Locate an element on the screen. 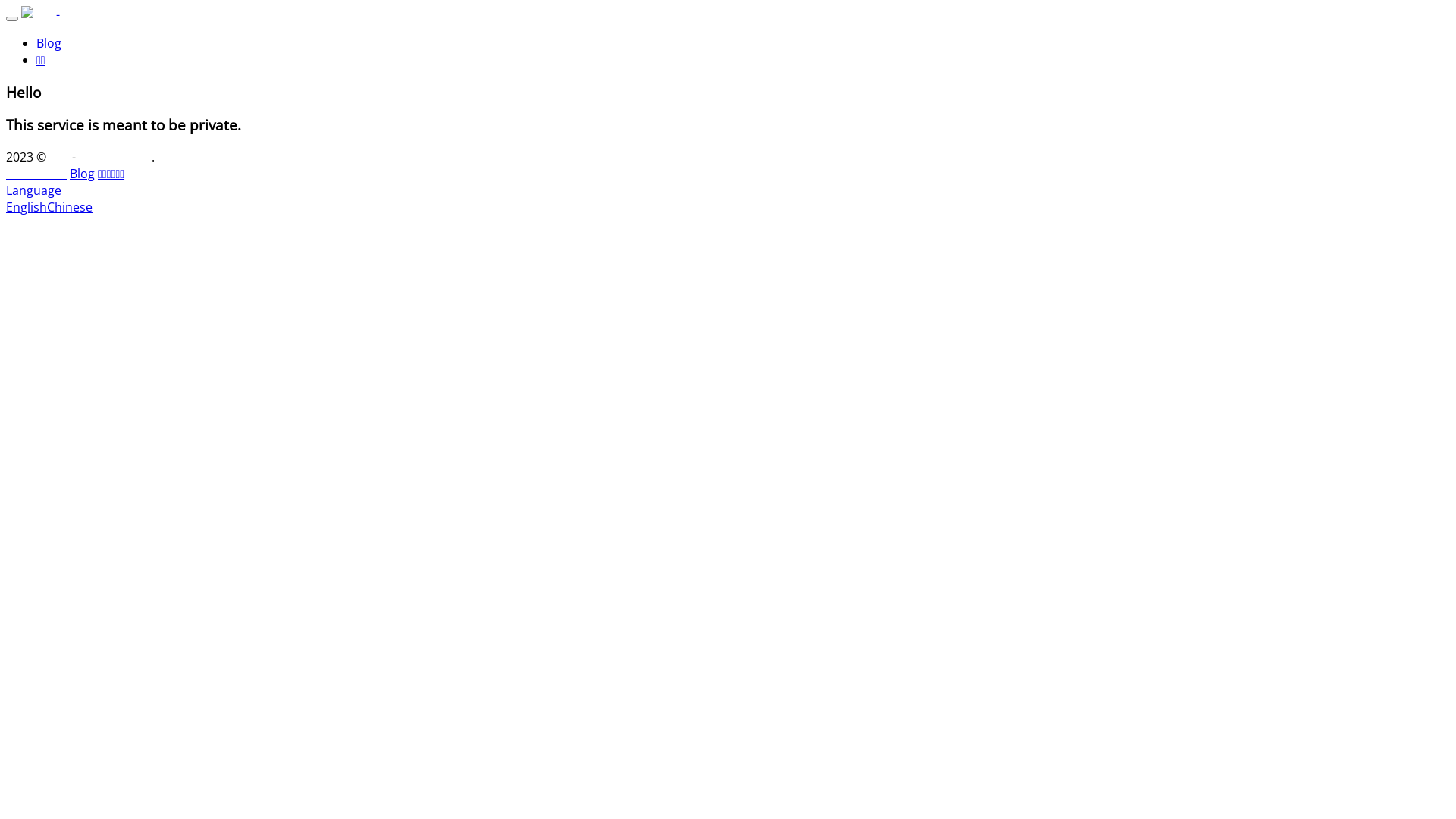 Image resolution: width=1456 pixels, height=819 pixels. 'Chinese' is located at coordinates (68, 207).